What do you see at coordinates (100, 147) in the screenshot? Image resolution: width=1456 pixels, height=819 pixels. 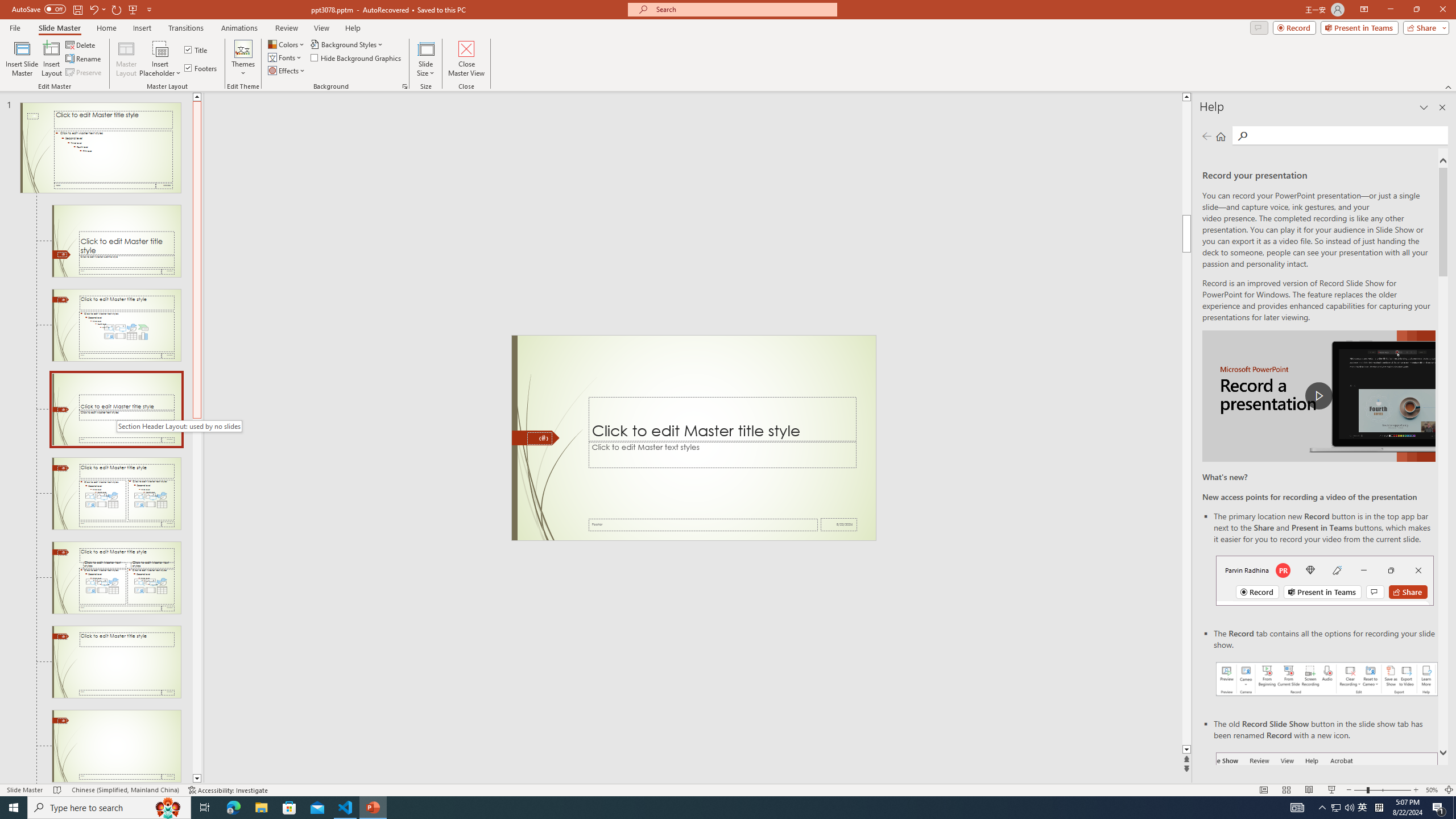 I see `'Slide Wisp Slide Master: used by slide(s) 1'` at bounding box center [100, 147].